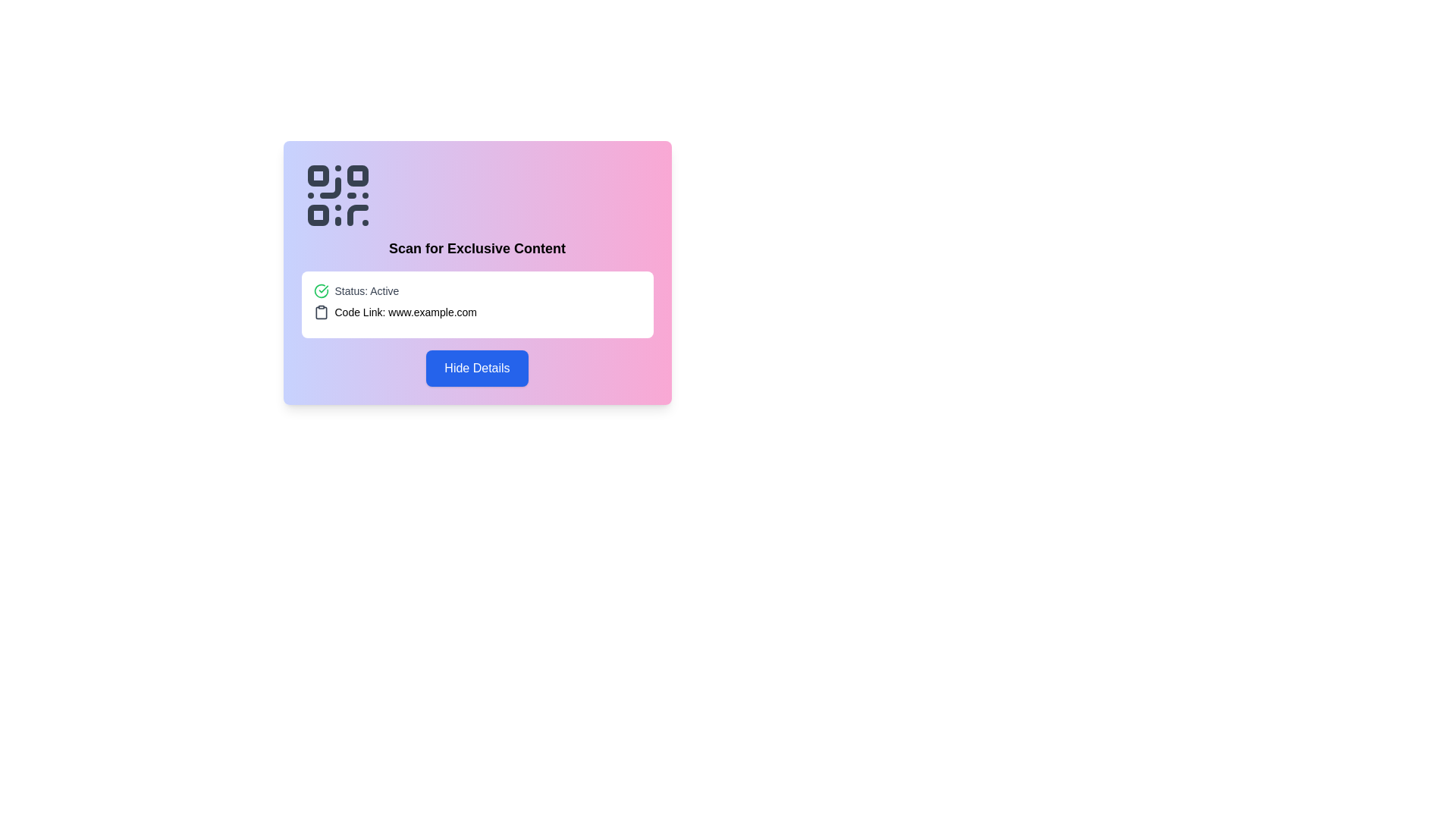 This screenshot has height=819, width=1456. Describe the element at coordinates (337, 195) in the screenshot. I see `the Image (Styled QR Code) located at the top left corner of a gradient card layout, above the text 'Scan for Exclusive Content'` at that location.